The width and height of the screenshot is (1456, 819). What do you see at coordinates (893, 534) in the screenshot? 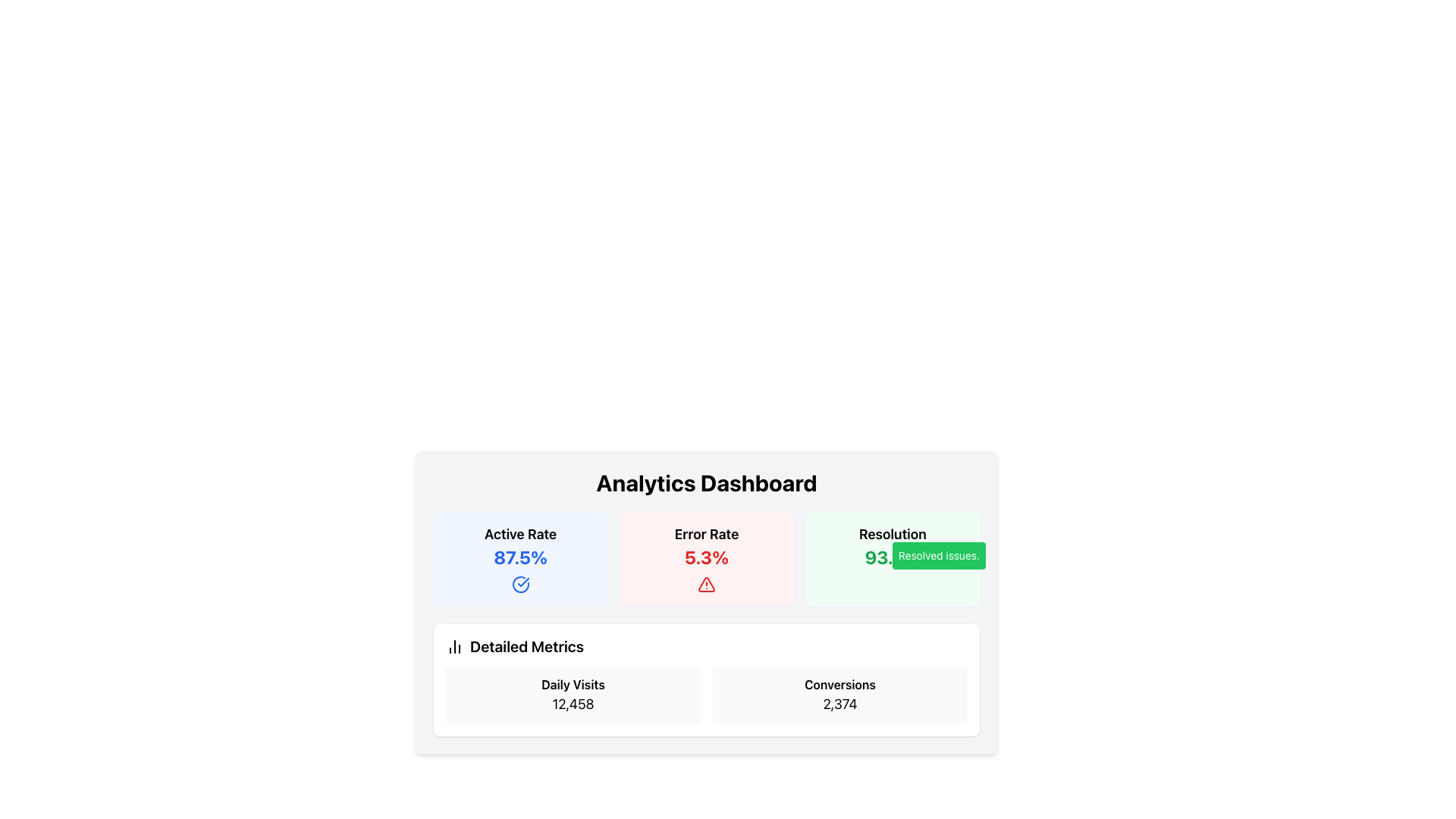
I see `the content of the Text Label that categorizes the resolution rate, located in the top section of the right green card` at bounding box center [893, 534].